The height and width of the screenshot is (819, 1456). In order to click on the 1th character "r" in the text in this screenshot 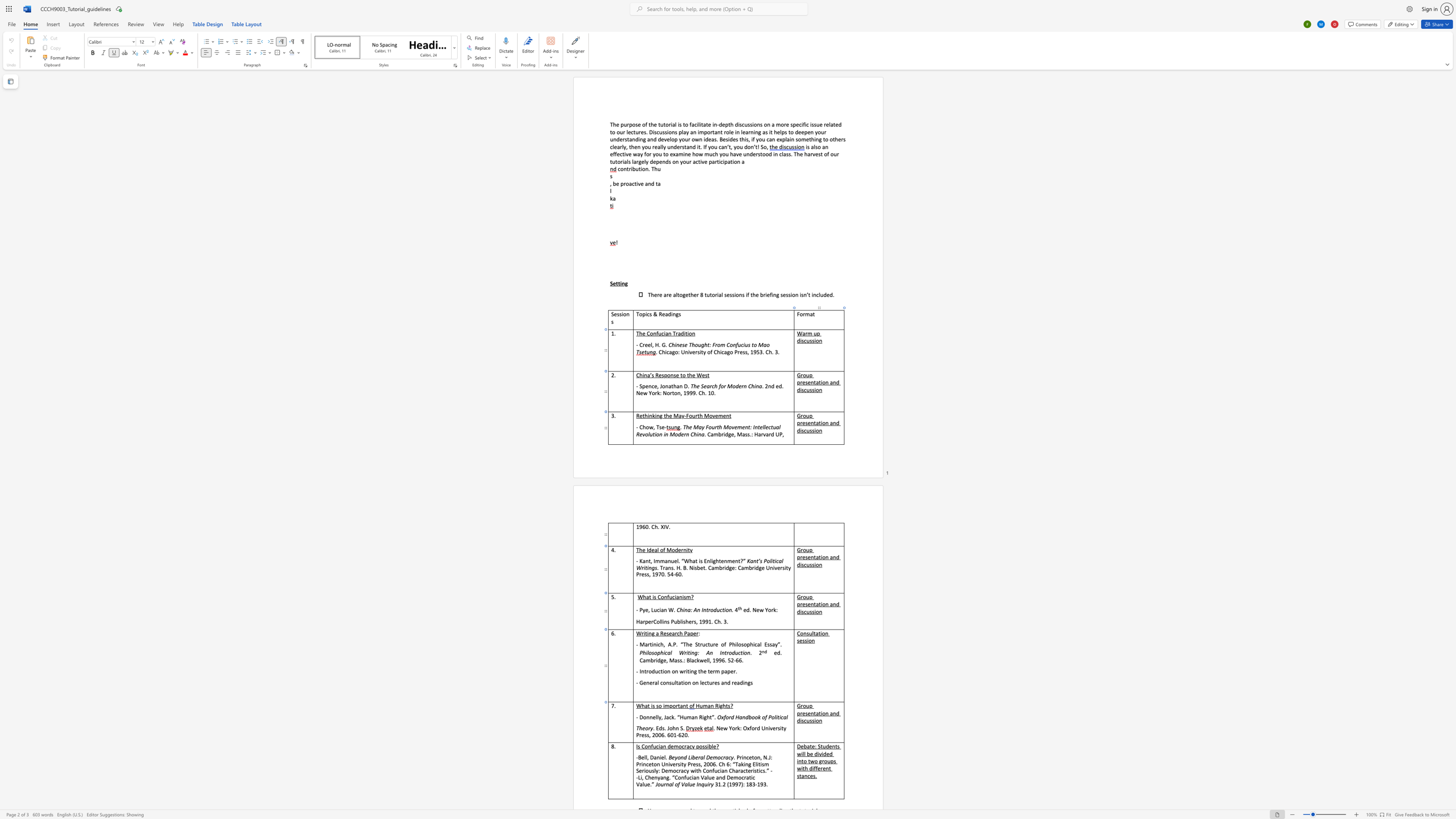, I will do `click(675, 633)`.